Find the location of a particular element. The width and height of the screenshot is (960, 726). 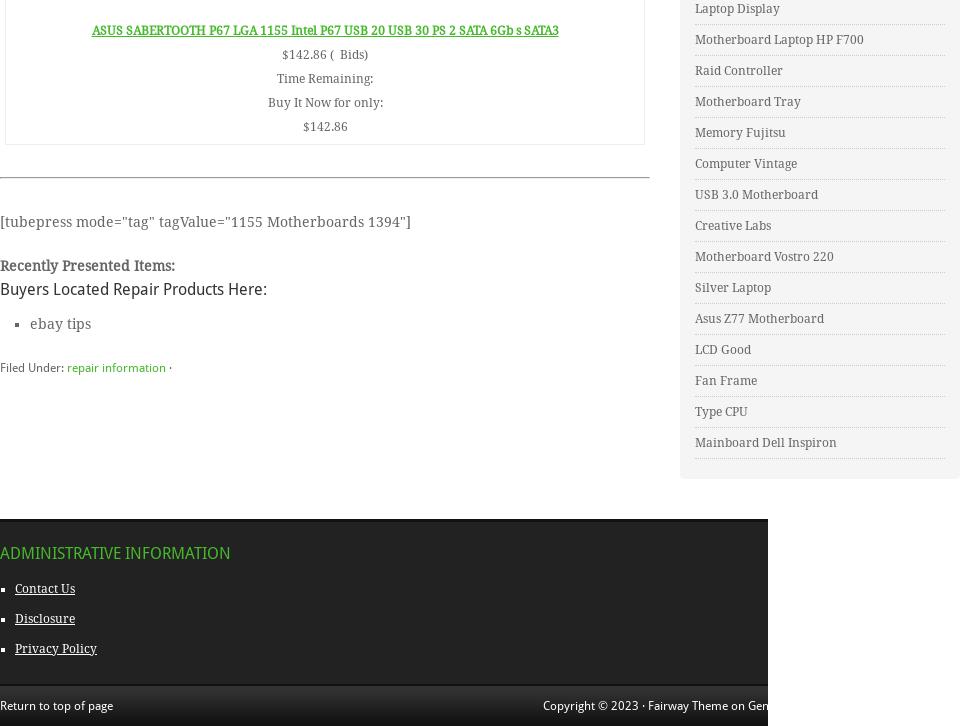

'USB 3.0 Motherboard' is located at coordinates (755, 194).